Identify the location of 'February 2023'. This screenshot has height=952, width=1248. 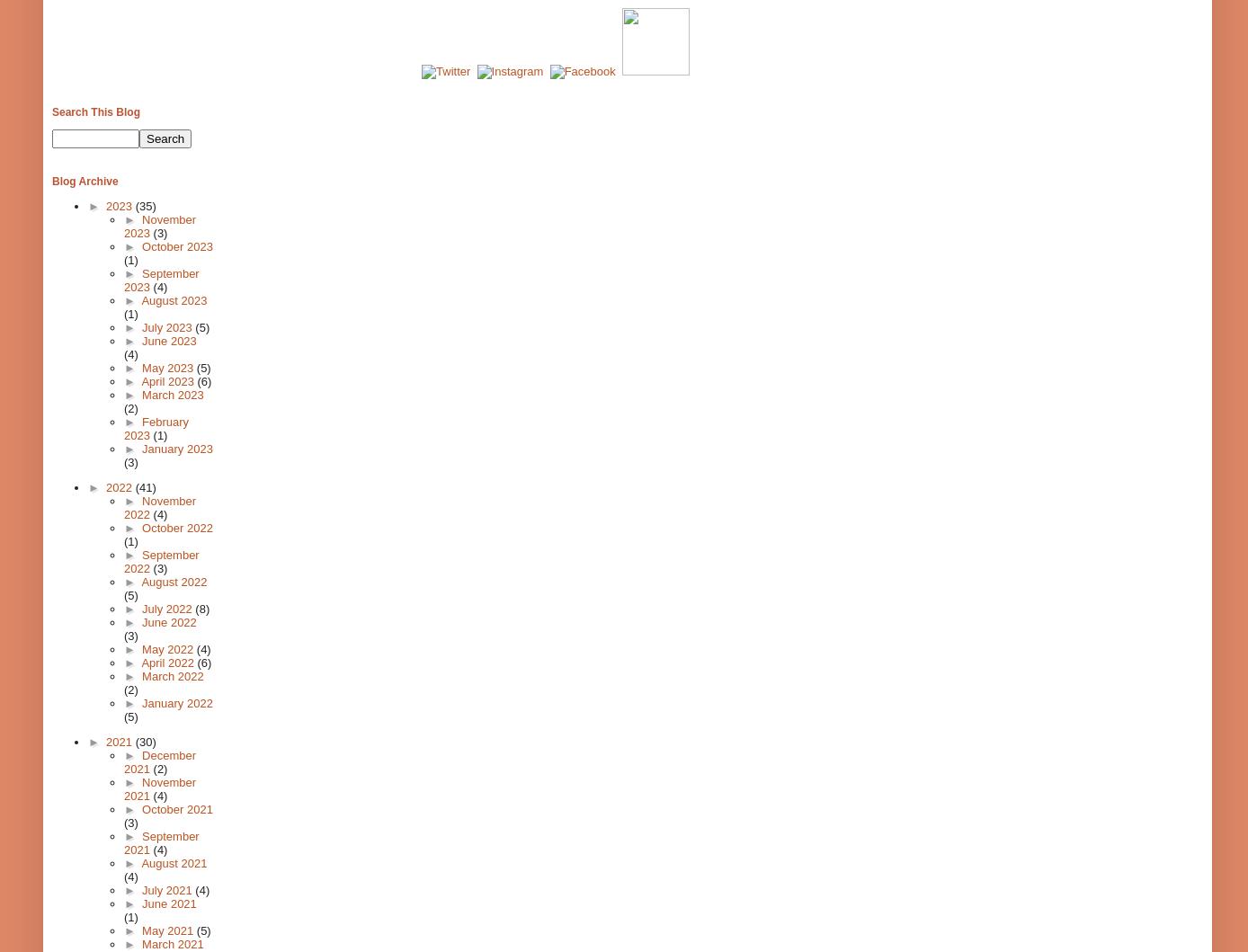
(123, 428).